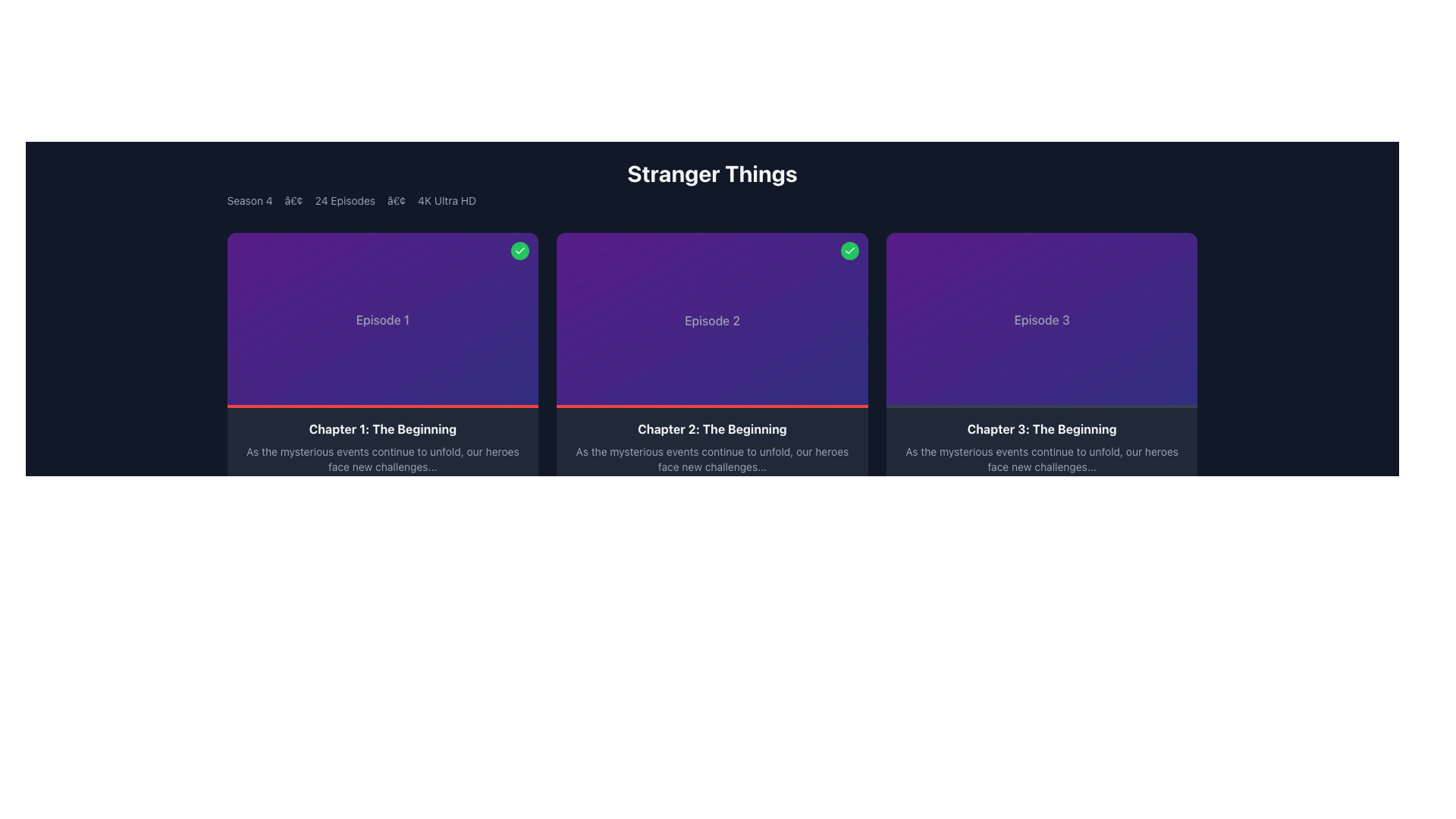 The width and height of the screenshot is (1456, 819). I want to click on the text label displaying 'Episode 3', which is styled in light gray on a solid purple background, so click(1040, 318).